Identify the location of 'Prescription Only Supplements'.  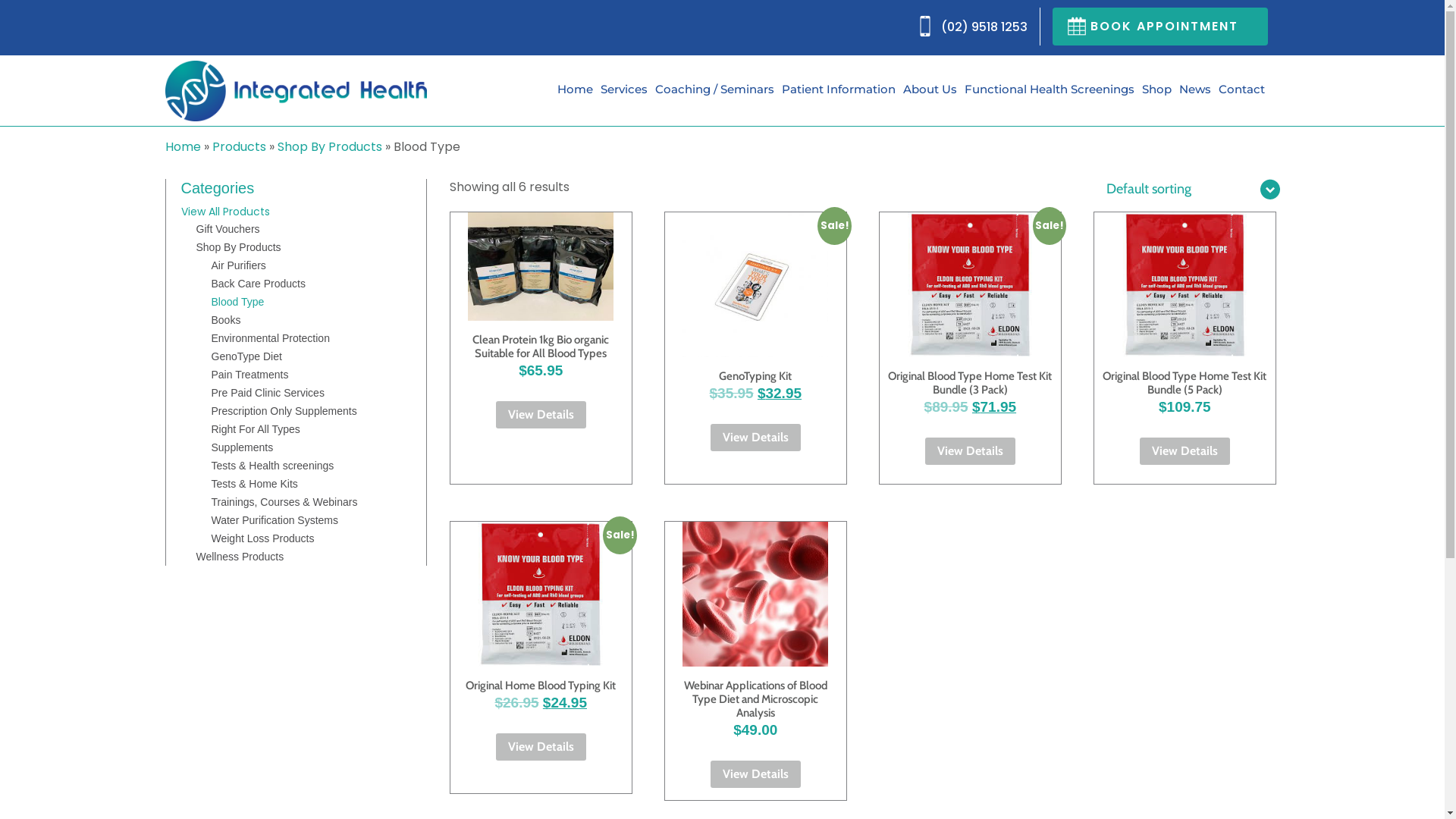
(284, 411).